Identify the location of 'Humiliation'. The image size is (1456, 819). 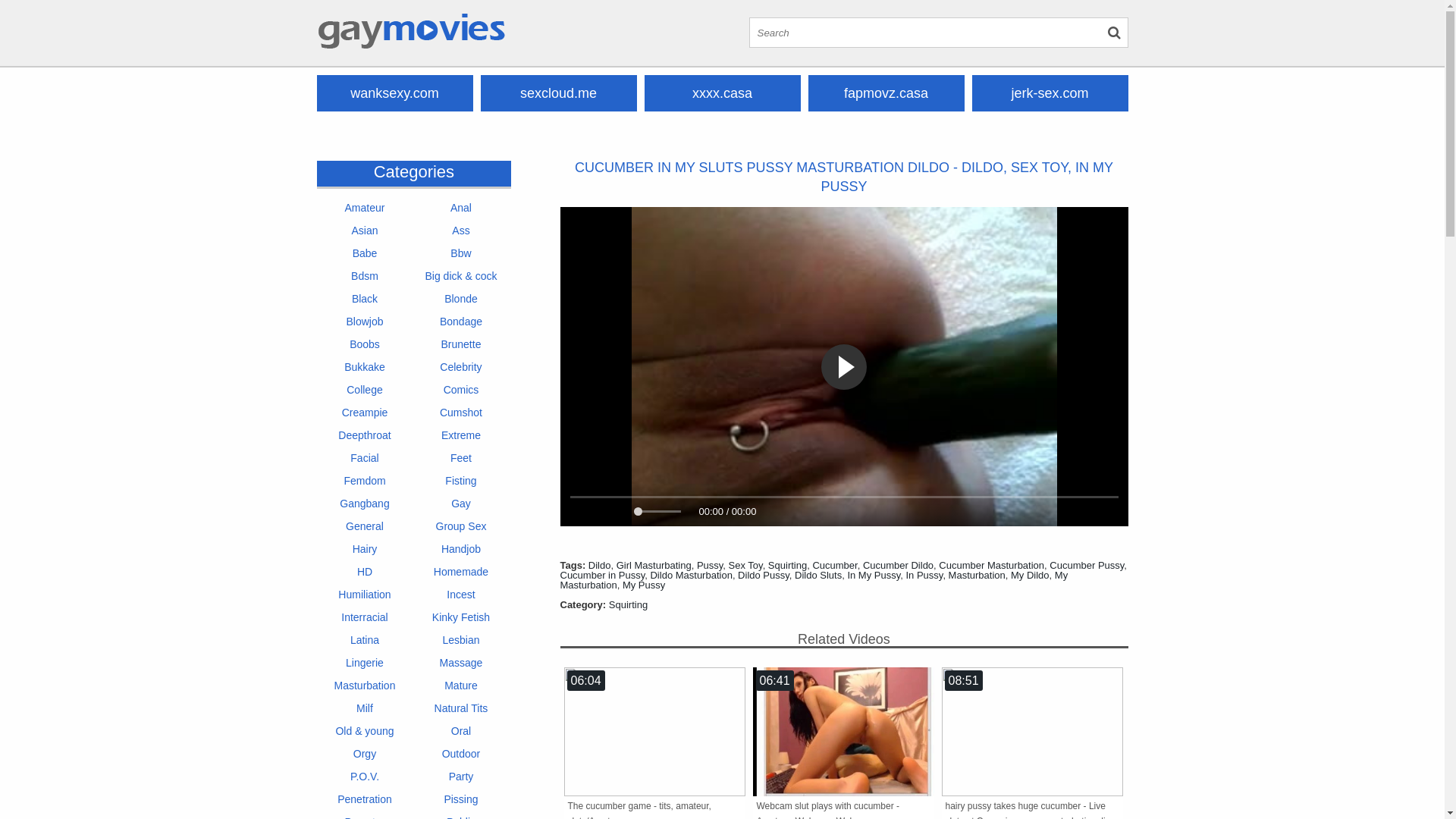
(364, 593).